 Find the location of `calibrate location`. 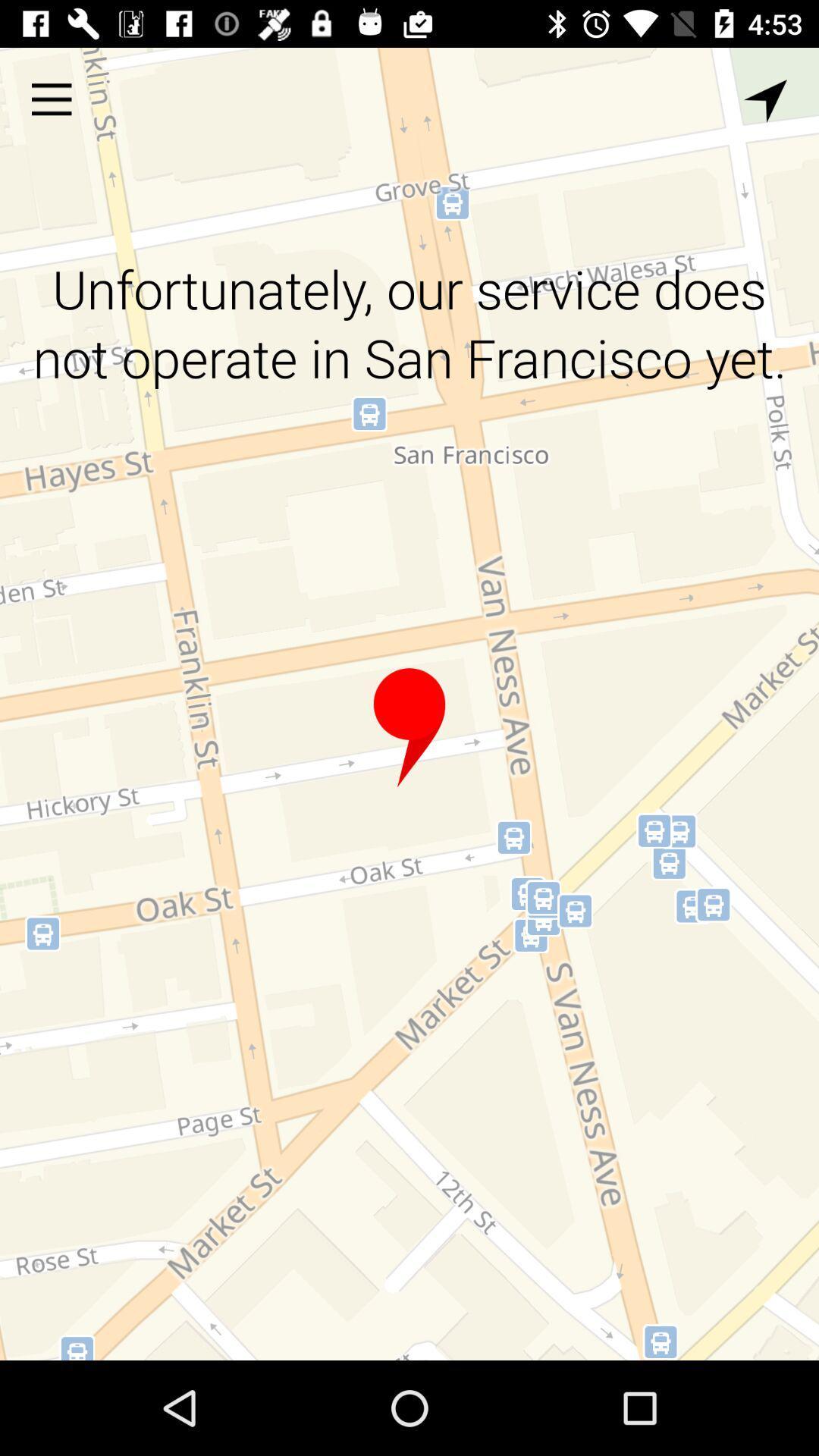

calibrate location is located at coordinates (765, 100).